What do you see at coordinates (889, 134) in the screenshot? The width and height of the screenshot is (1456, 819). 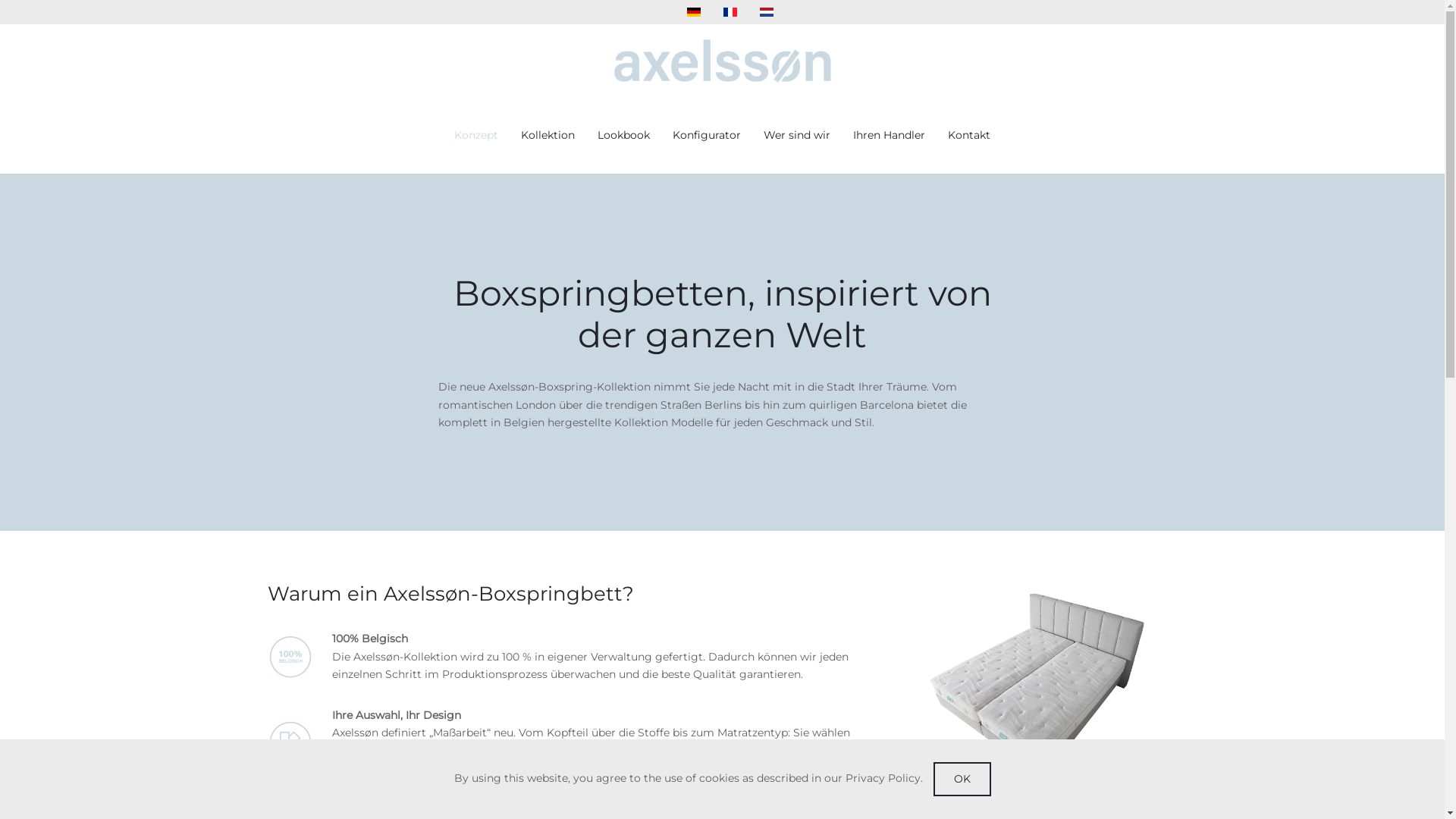 I see `'Ihren Handler'` at bounding box center [889, 134].